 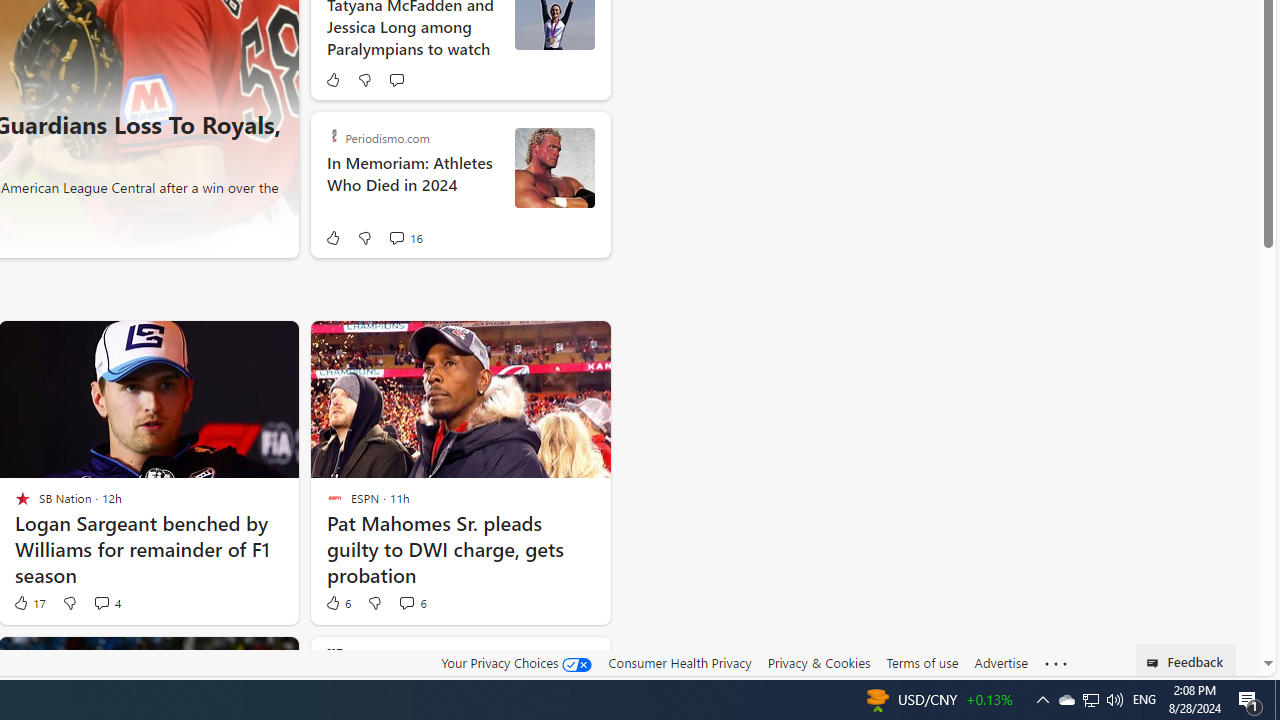 What do you see at coordinates (396, 236) in the screenshot?
I see `'View comments 16 Comment'` at bounding box center [396, 236].